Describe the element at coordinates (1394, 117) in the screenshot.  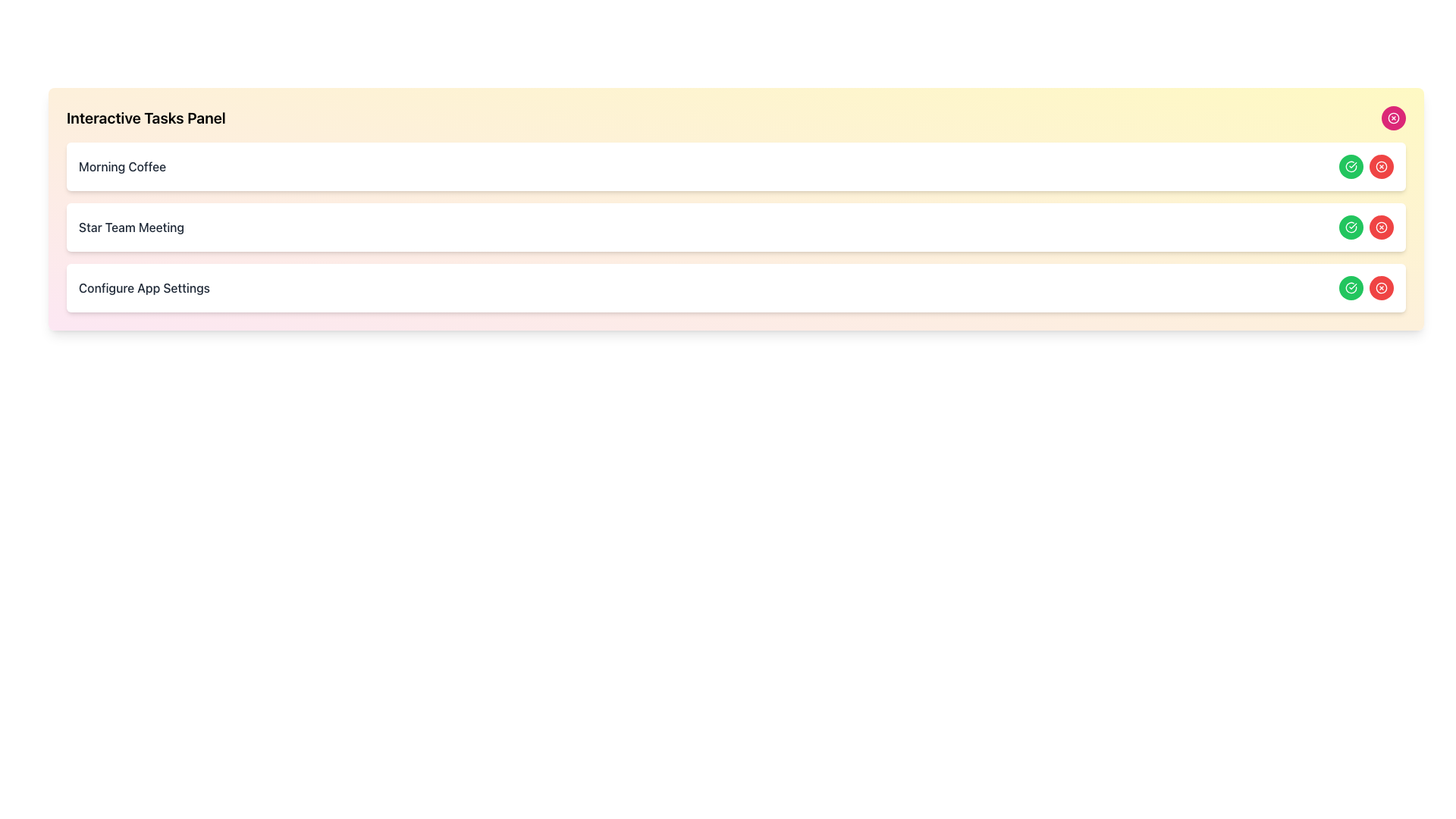
I see `the circular element in the top-right corner of the Interactive Tasks Panel, which serves as the outer boundary of the close icon` at that location.